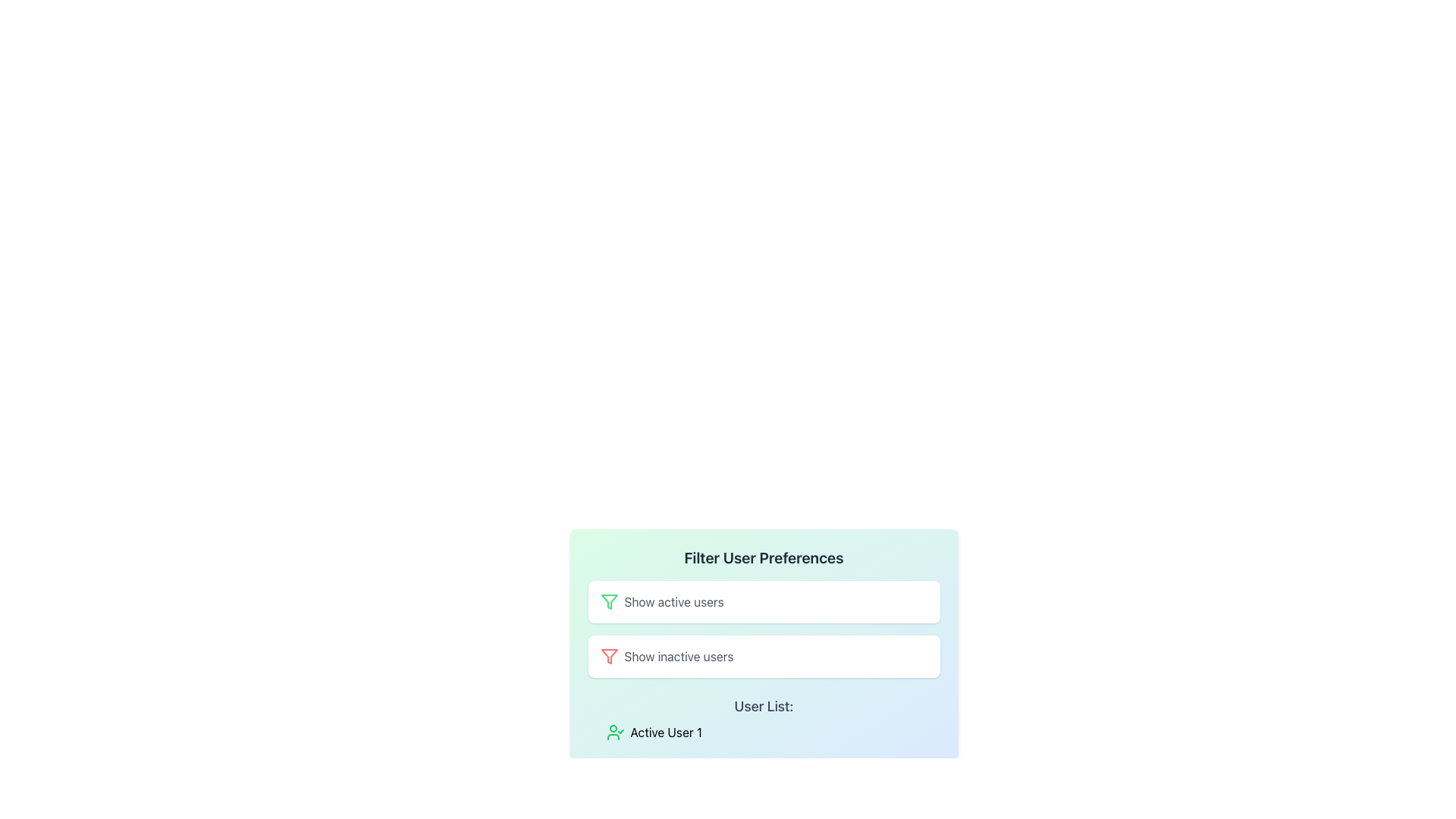  Describe the element at coordinates (615, 731) in the screenshot. I see `the active user indicator icon located in the bottom-left region of the 'User List' section, which visually signifies an active or verified user` at that location.